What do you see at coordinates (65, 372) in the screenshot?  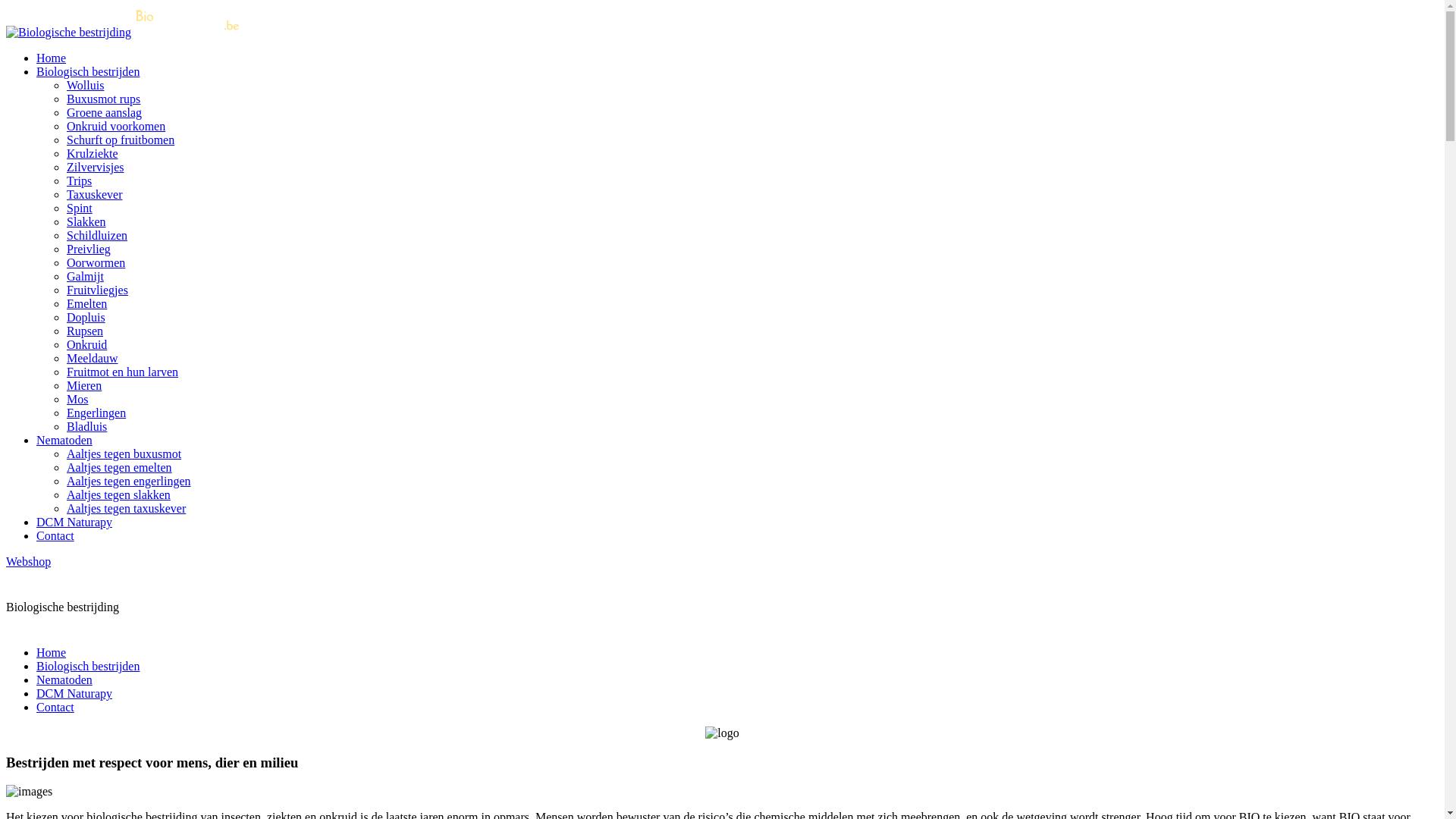 I see `'Fruitmot en hun larven'` at bounding box center [65, 372].